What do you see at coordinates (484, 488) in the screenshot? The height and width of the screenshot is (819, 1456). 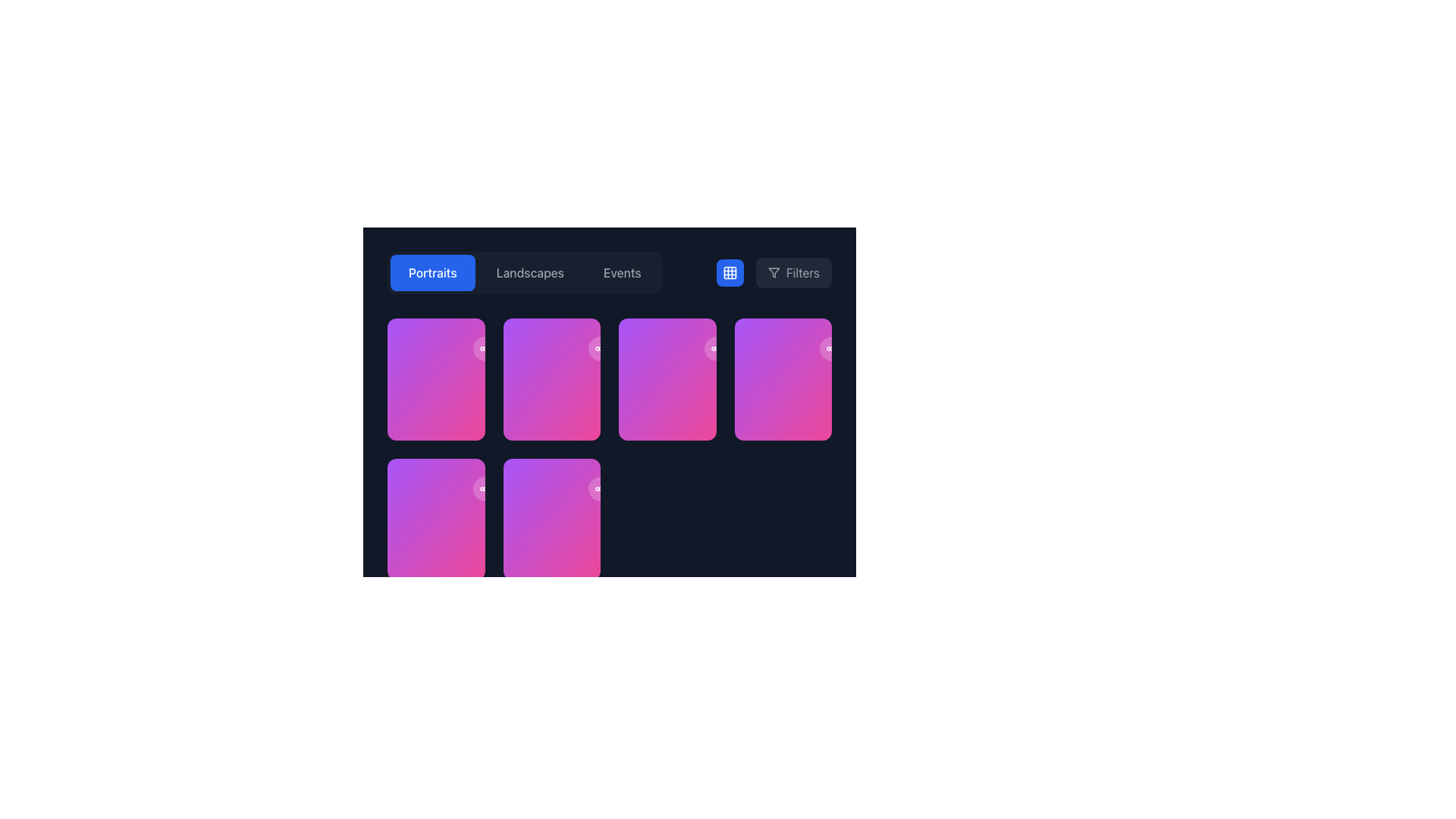 I see `the circular share button located in the lower-right corner of the bottom-left card in the grid` at bounding box center [484, 488].